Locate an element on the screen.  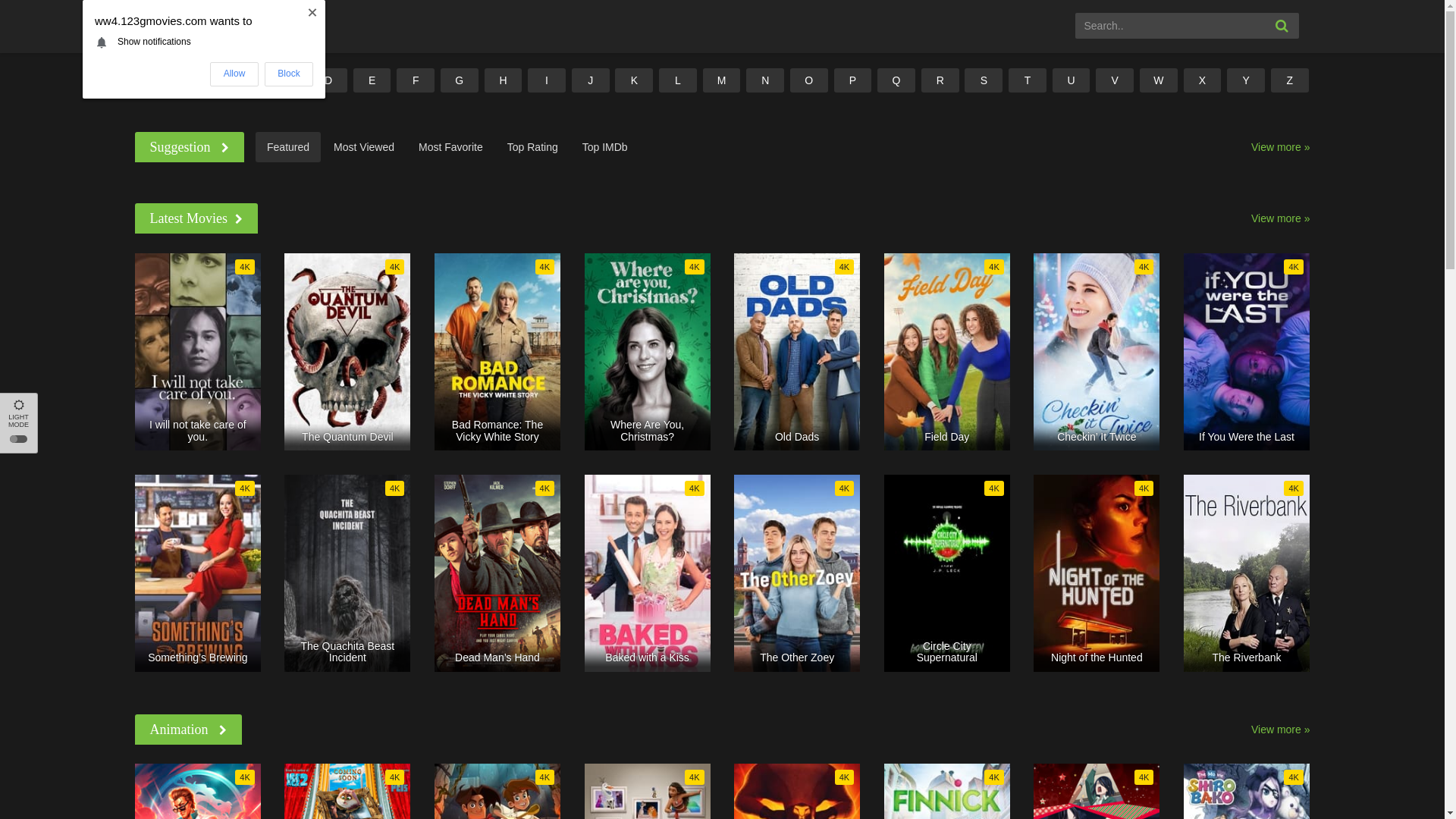
'4K is located at coordinates (346, 351).